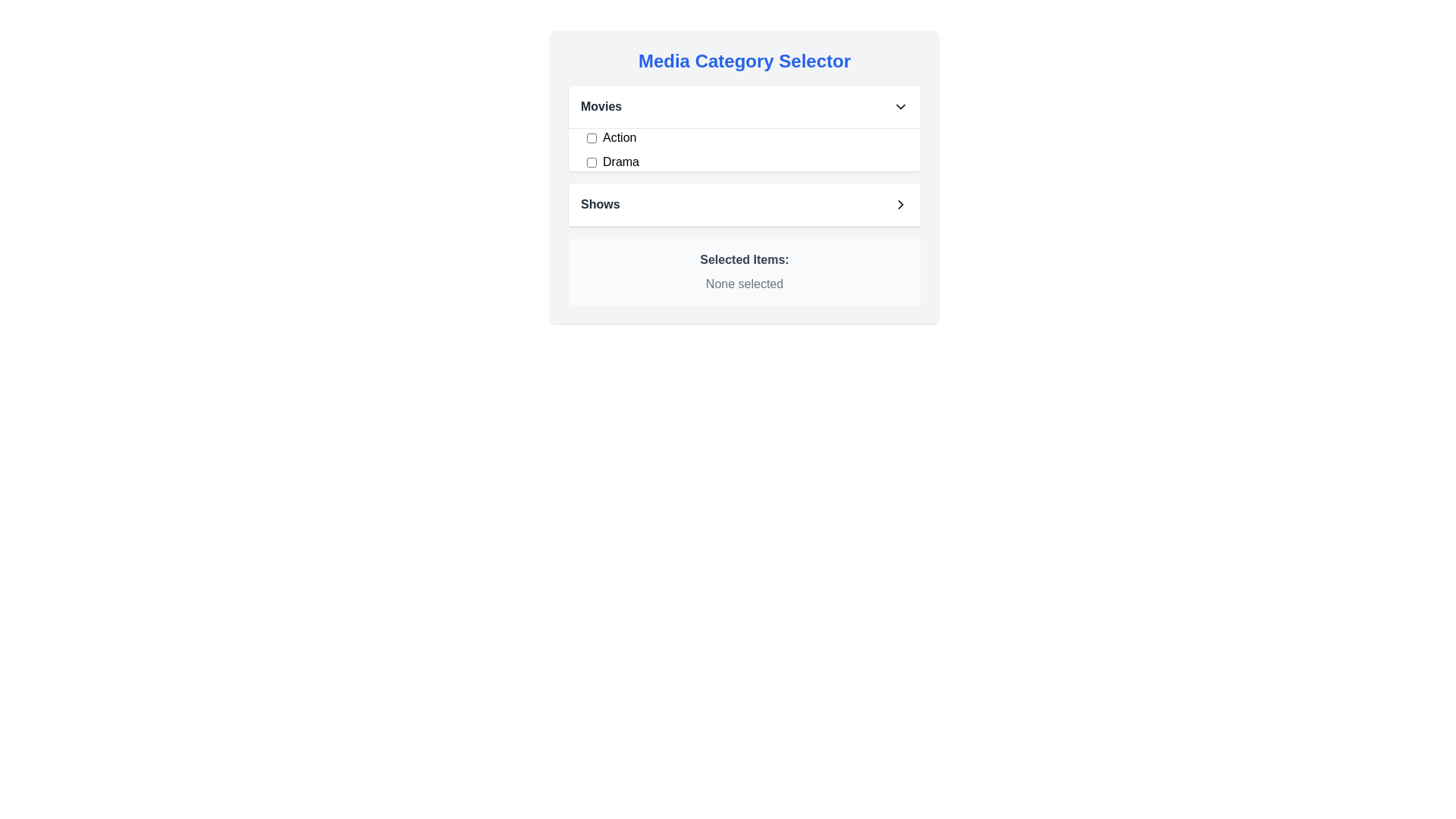  Describe the element at coordinates (591, 162) in the screenshot. I see `the checkbox labeled 'Drama' which is a small, rounded checkbox with a blue outline` at that location.